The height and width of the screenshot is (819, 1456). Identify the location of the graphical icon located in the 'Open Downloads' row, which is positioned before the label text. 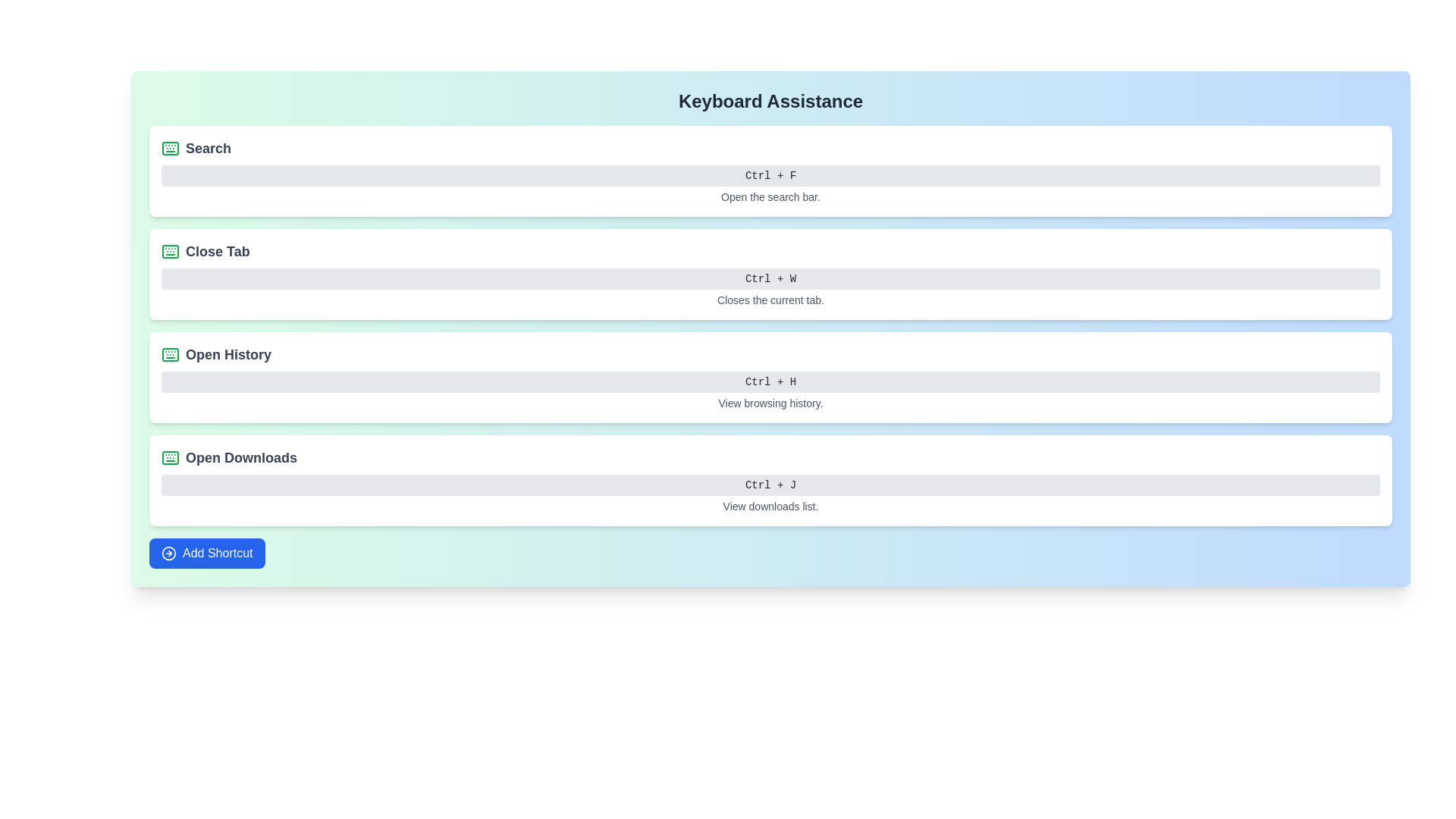
(171, 457).